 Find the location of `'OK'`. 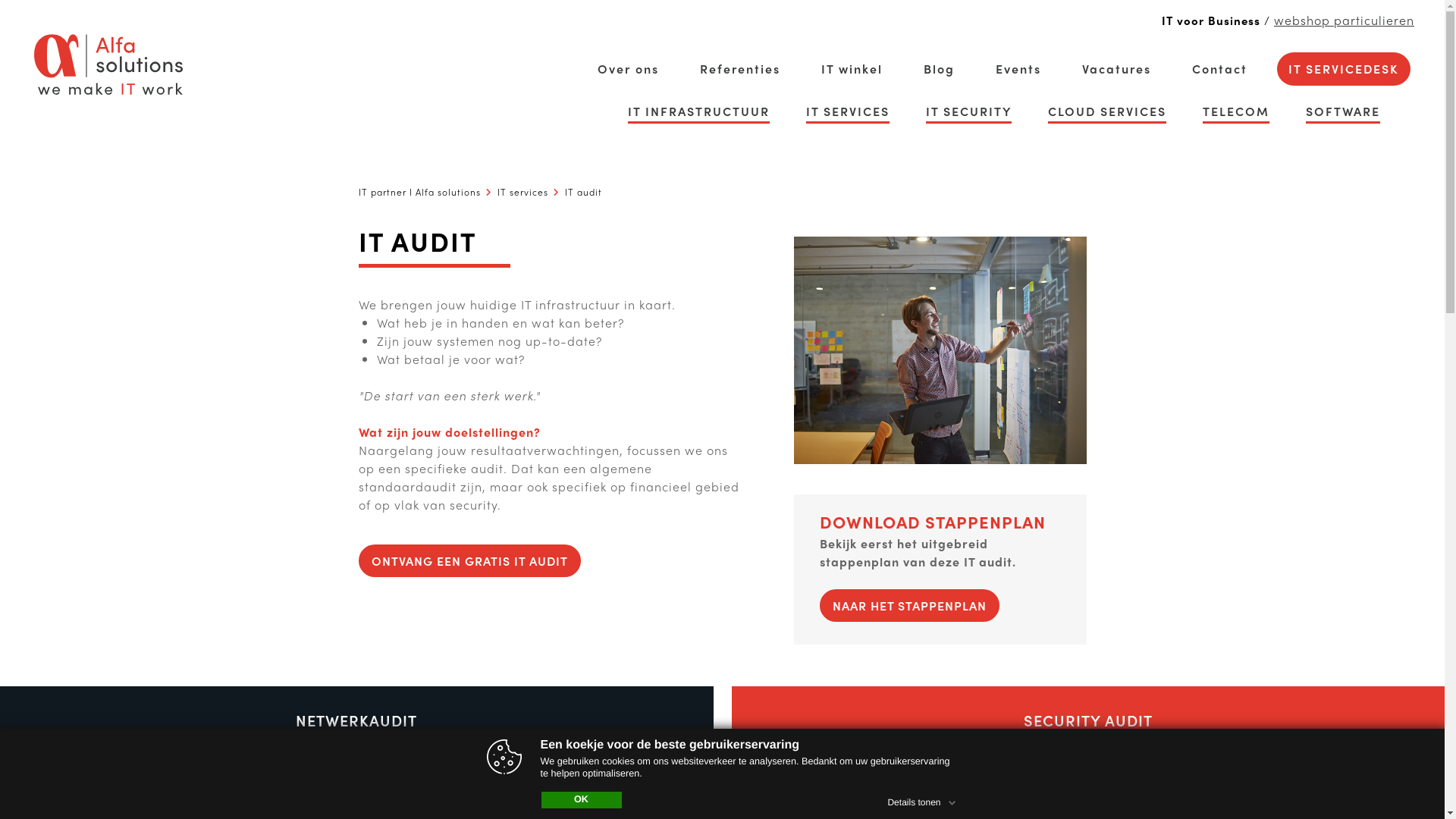

'OK' is located at coordinates (581, 799).